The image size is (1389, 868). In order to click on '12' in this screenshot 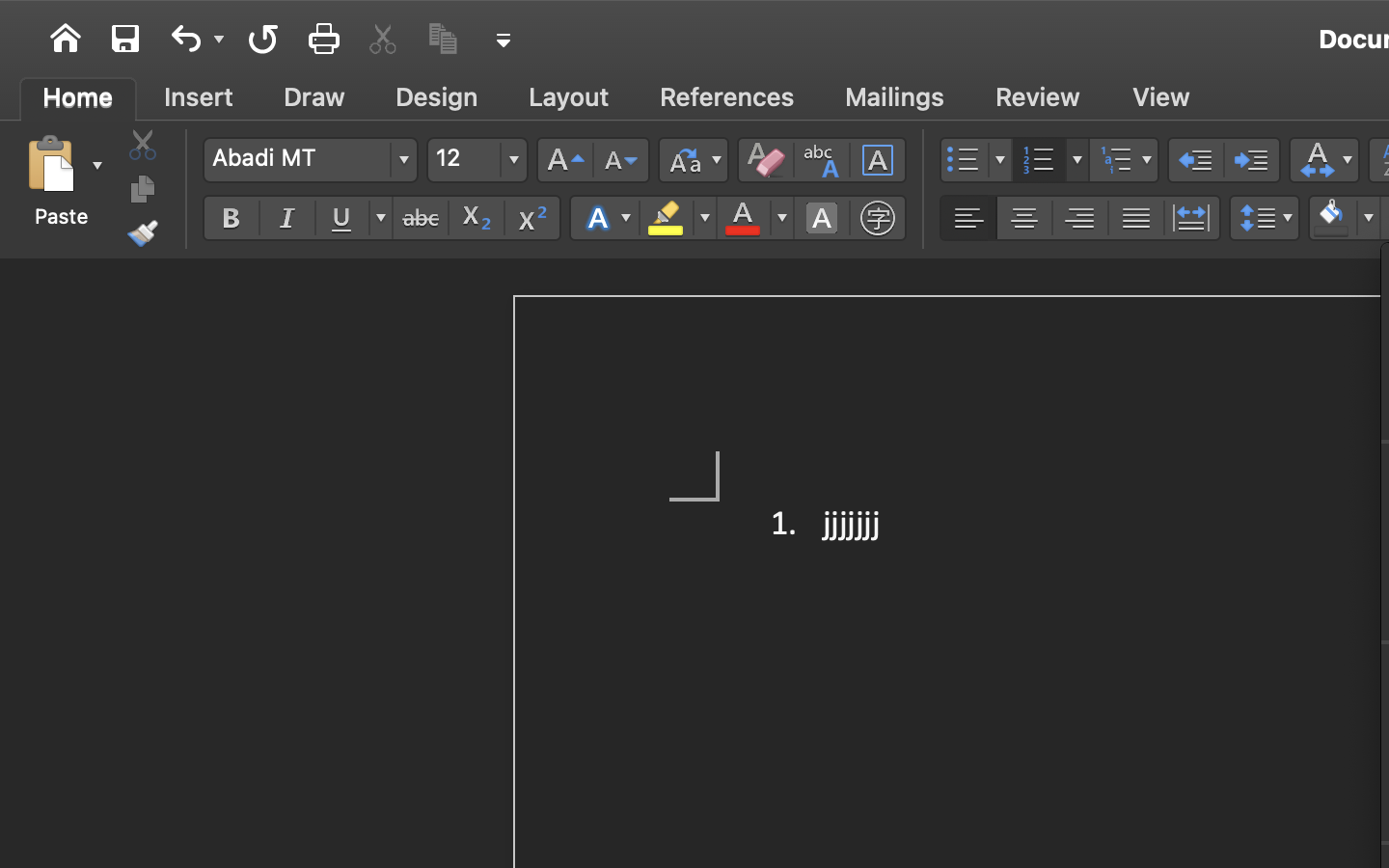, I will do `click(477, 159)`.